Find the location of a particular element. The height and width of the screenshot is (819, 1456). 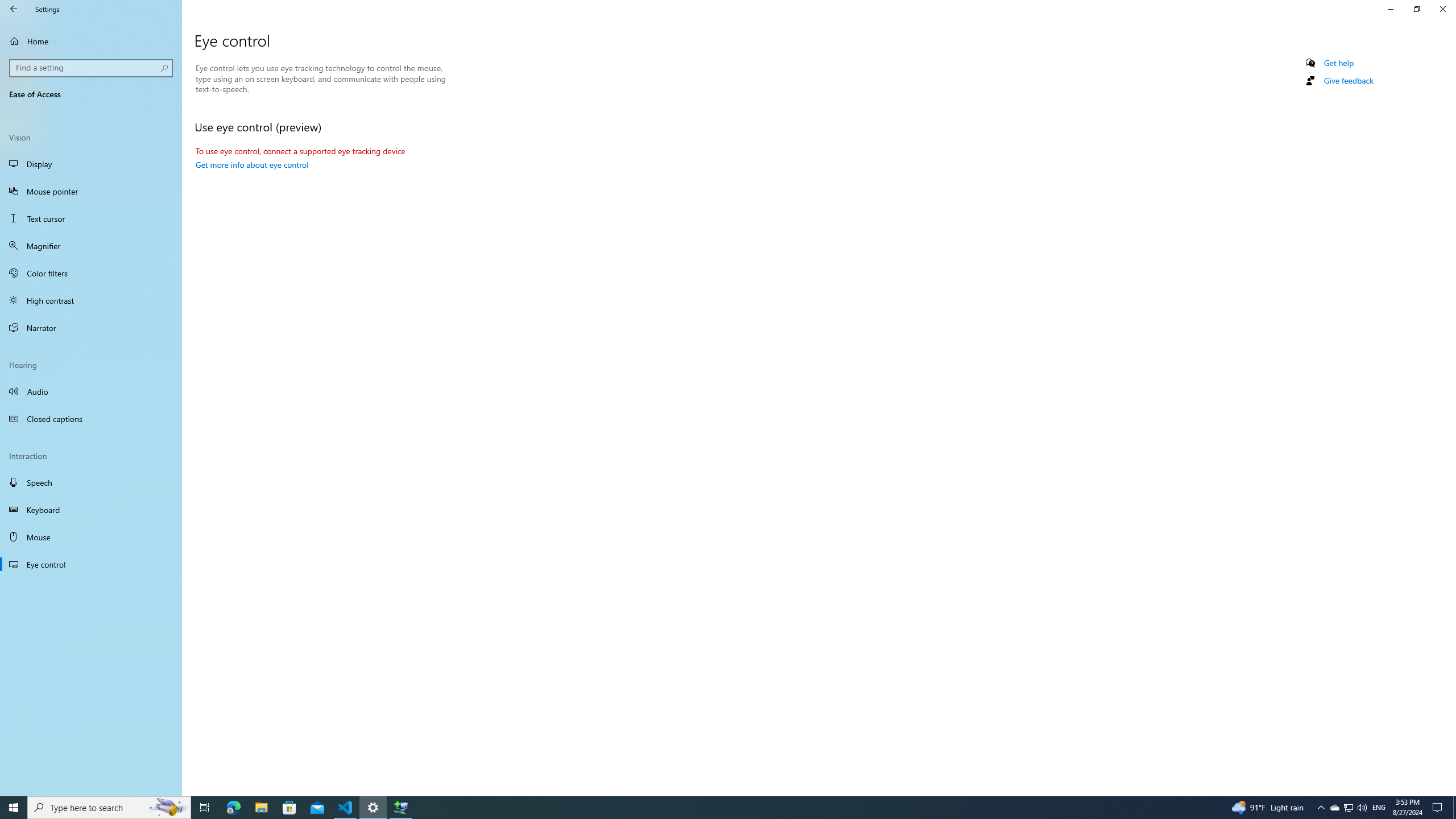

'Narrator' is located at coordinates (90, 327).